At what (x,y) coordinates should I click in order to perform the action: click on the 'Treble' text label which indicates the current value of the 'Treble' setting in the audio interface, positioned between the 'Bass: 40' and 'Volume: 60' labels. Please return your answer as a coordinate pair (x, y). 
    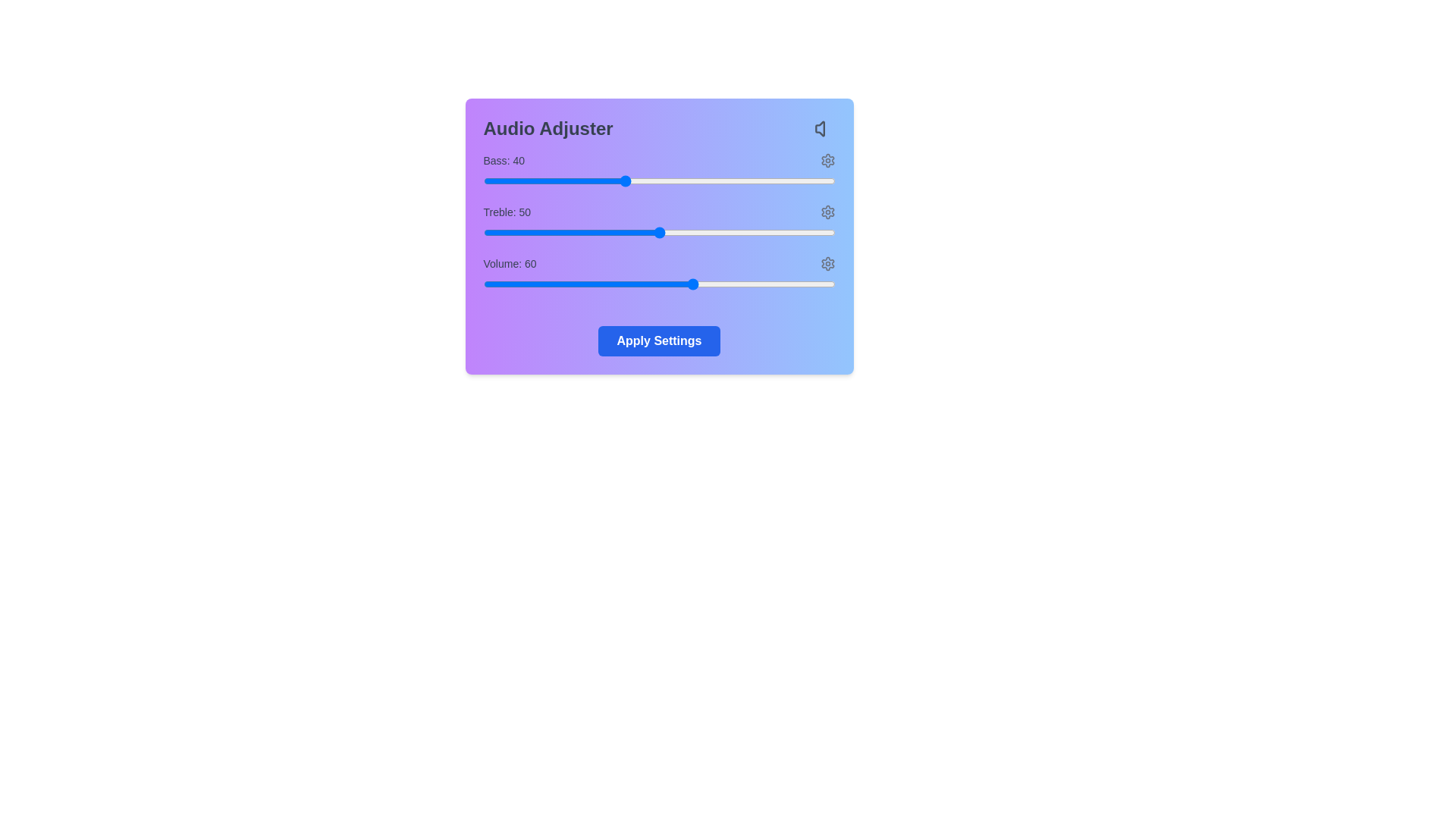
    Looking at the image, I should click on (507, 212).